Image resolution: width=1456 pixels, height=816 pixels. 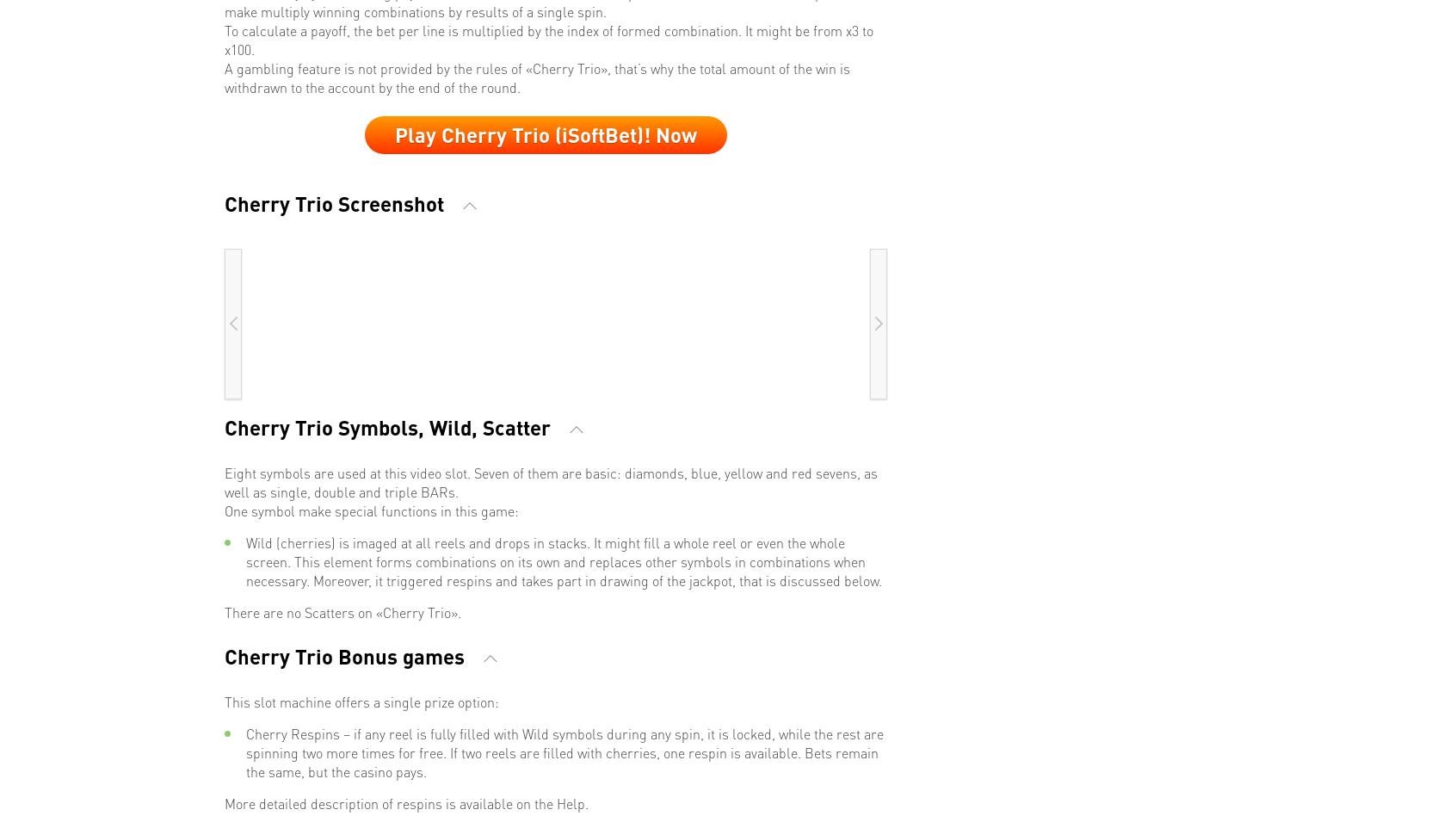 What do you see at coordinates (342, 610) in the screenshot?
I see `'There are no Scatters on «Cherry Trio».'` at bounding box center [342, 610].